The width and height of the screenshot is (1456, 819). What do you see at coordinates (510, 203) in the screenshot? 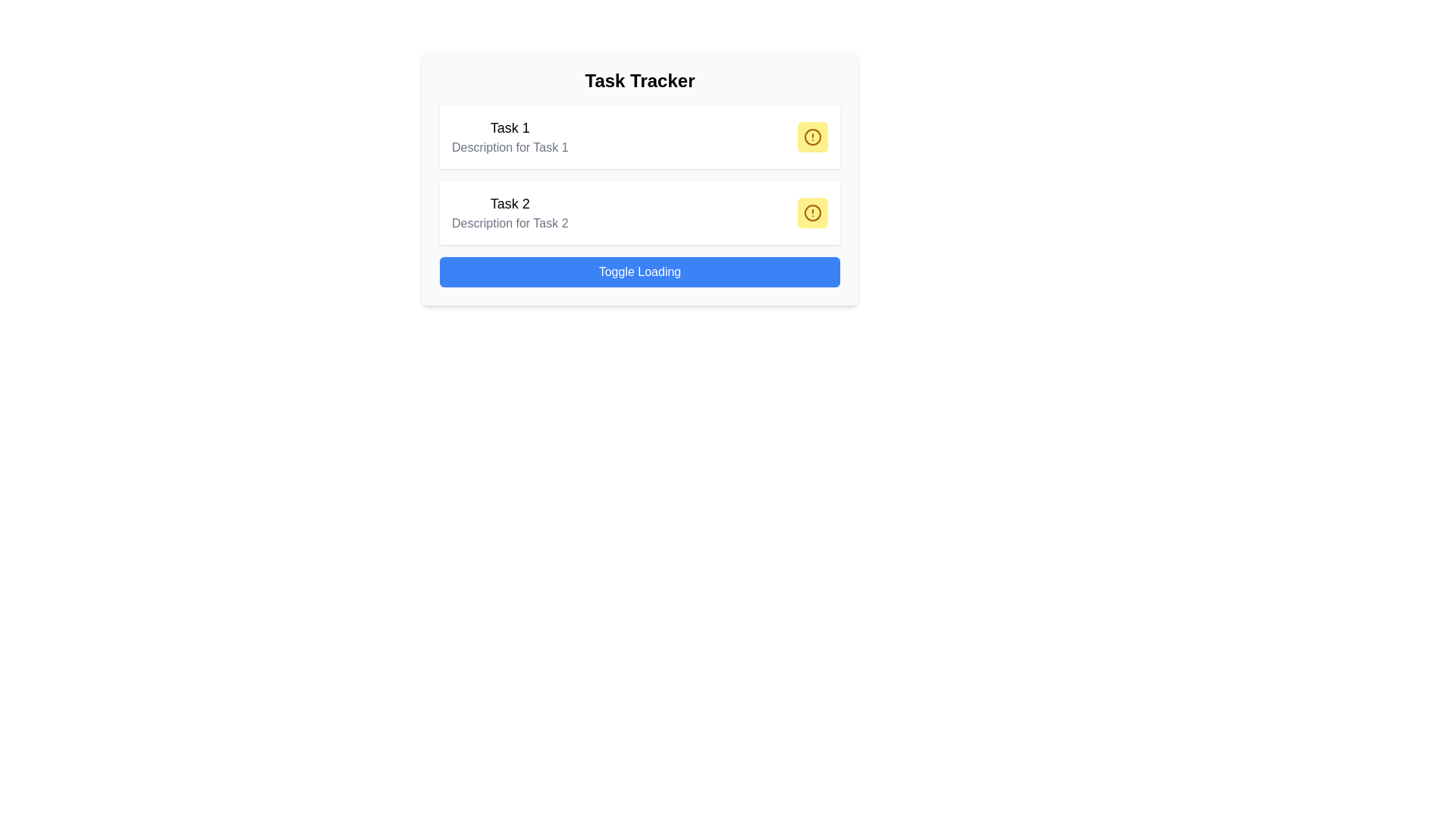
I see `the Text label that serves as the title for the second task entry in the 'Task Tracker' section, located above 'Description for Task 2.'` at bounding box center [510, 203].